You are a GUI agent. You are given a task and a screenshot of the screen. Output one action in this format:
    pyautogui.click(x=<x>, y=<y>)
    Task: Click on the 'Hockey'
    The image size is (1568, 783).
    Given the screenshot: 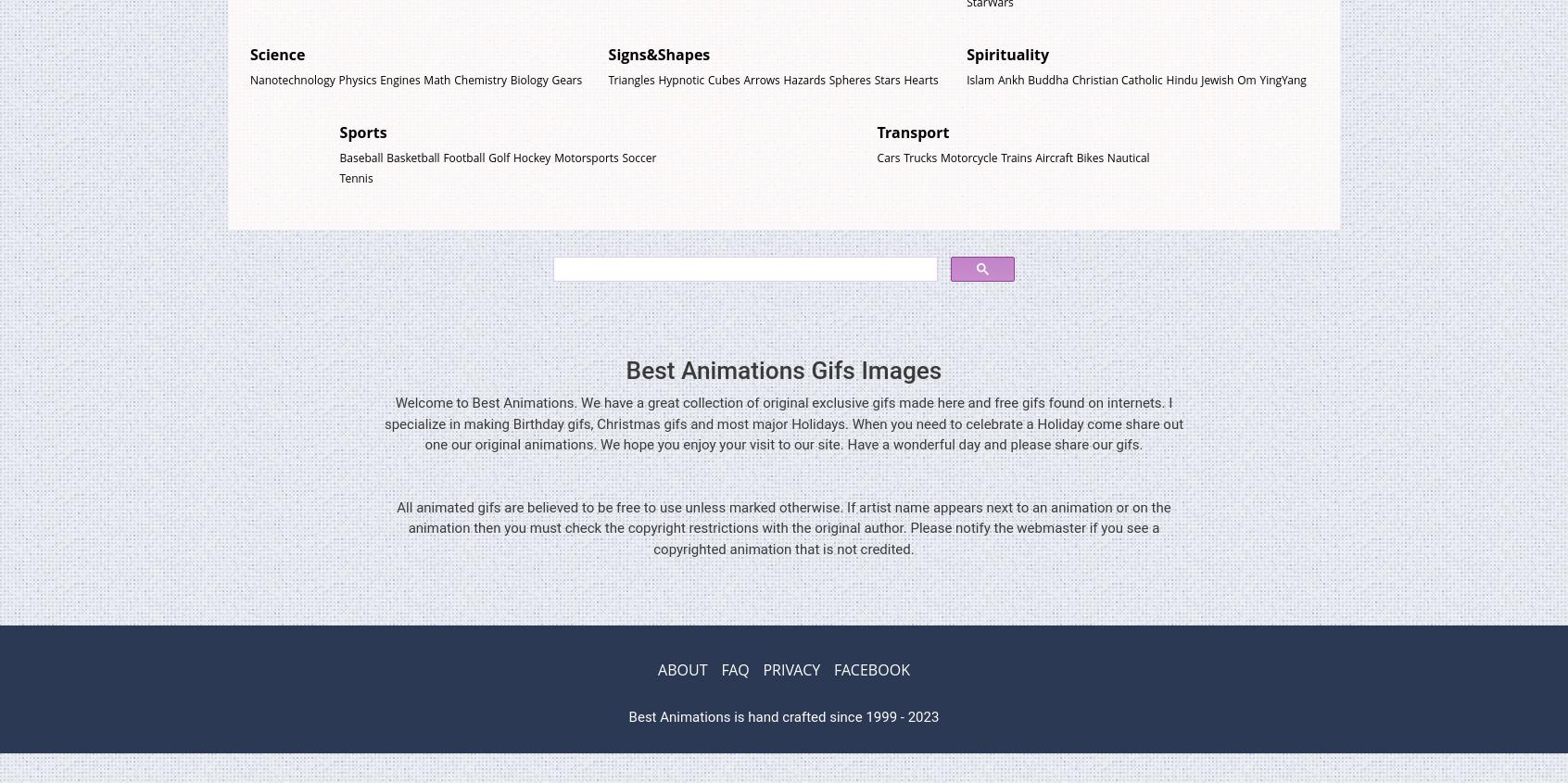 What is the action you would take?
    pyautogui.click(x=530, y=157)
    